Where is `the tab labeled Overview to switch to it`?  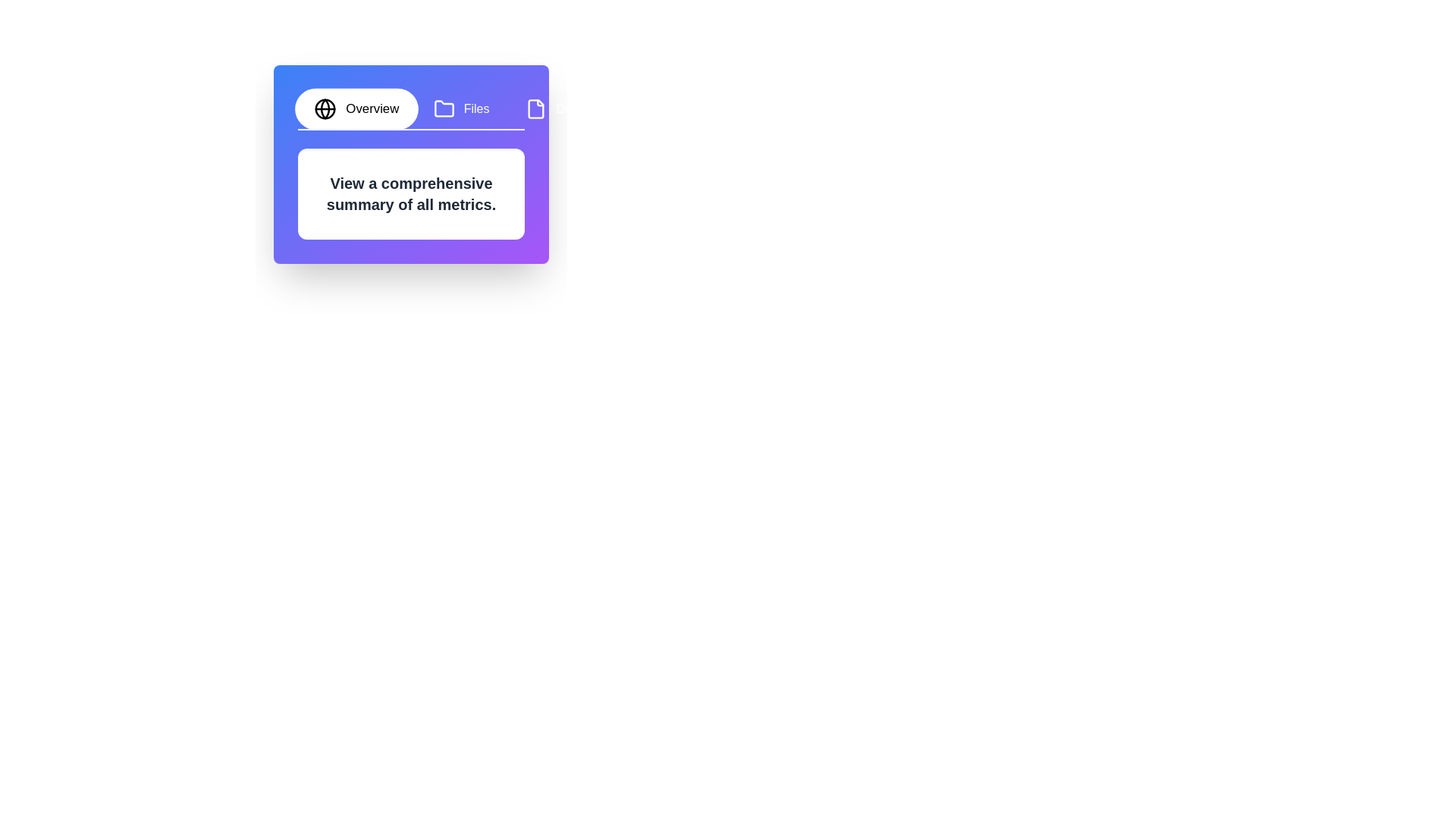 the tab labeled Overview to switch to it is located at coordinates (356, 108).